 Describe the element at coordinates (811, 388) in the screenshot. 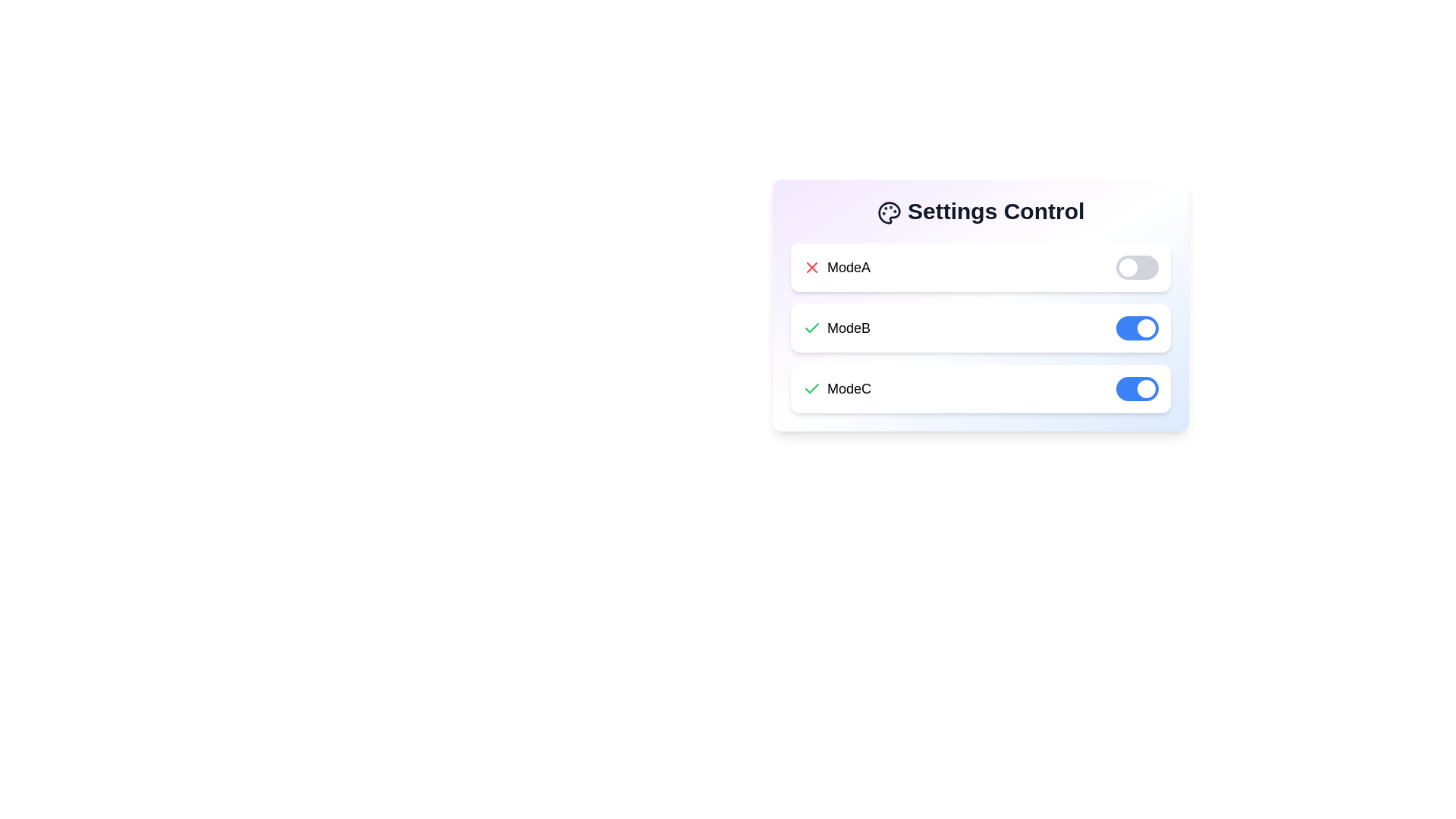

I see `the green checkmark icon that is part of the list item labeled 'ModeC', located to the left of the text` at that location.